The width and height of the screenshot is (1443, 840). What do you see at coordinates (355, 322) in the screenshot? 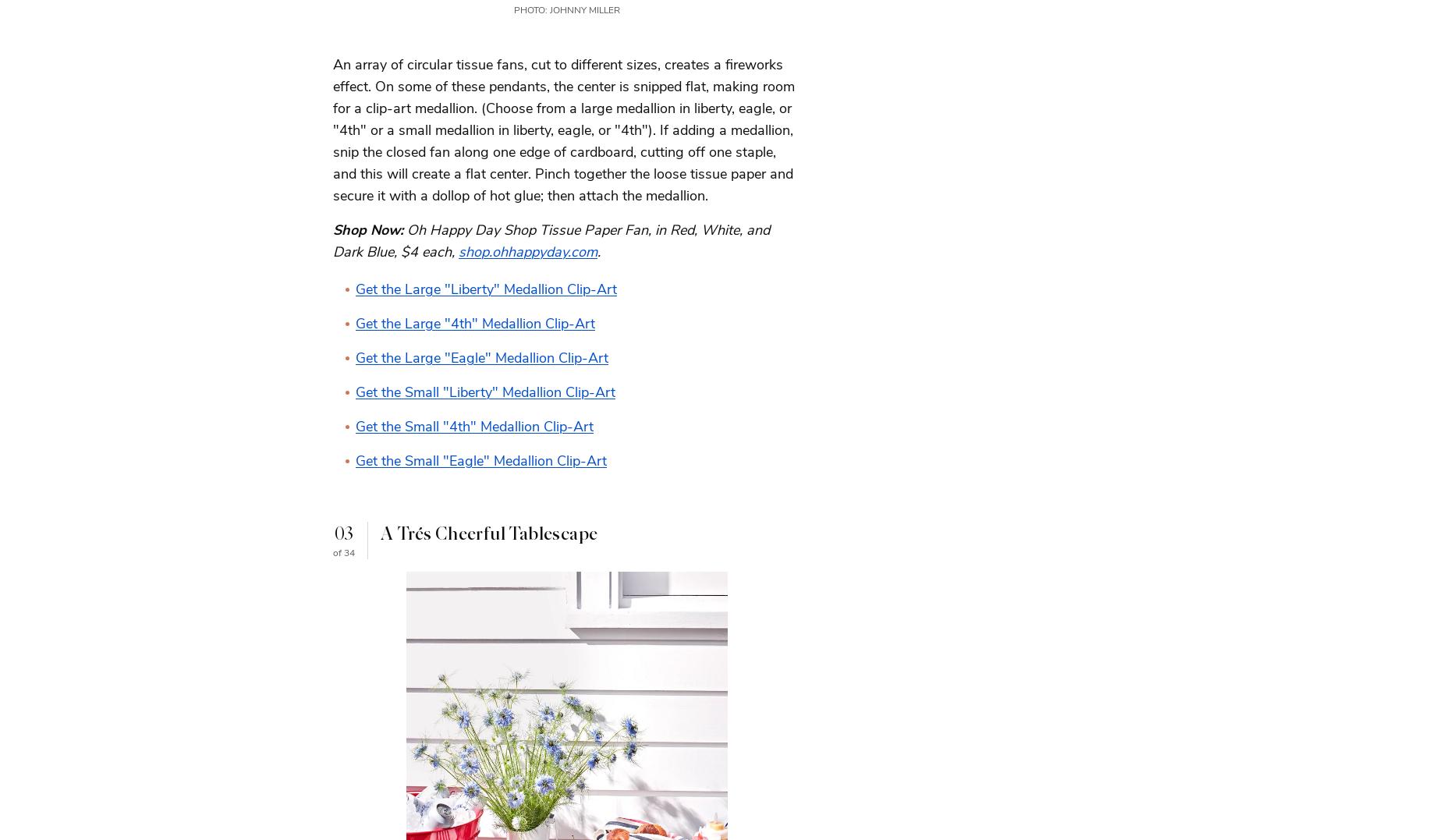
I see `'Get the Large "4th" Medallion Clip-Art'` at bounding box center [355, 322].